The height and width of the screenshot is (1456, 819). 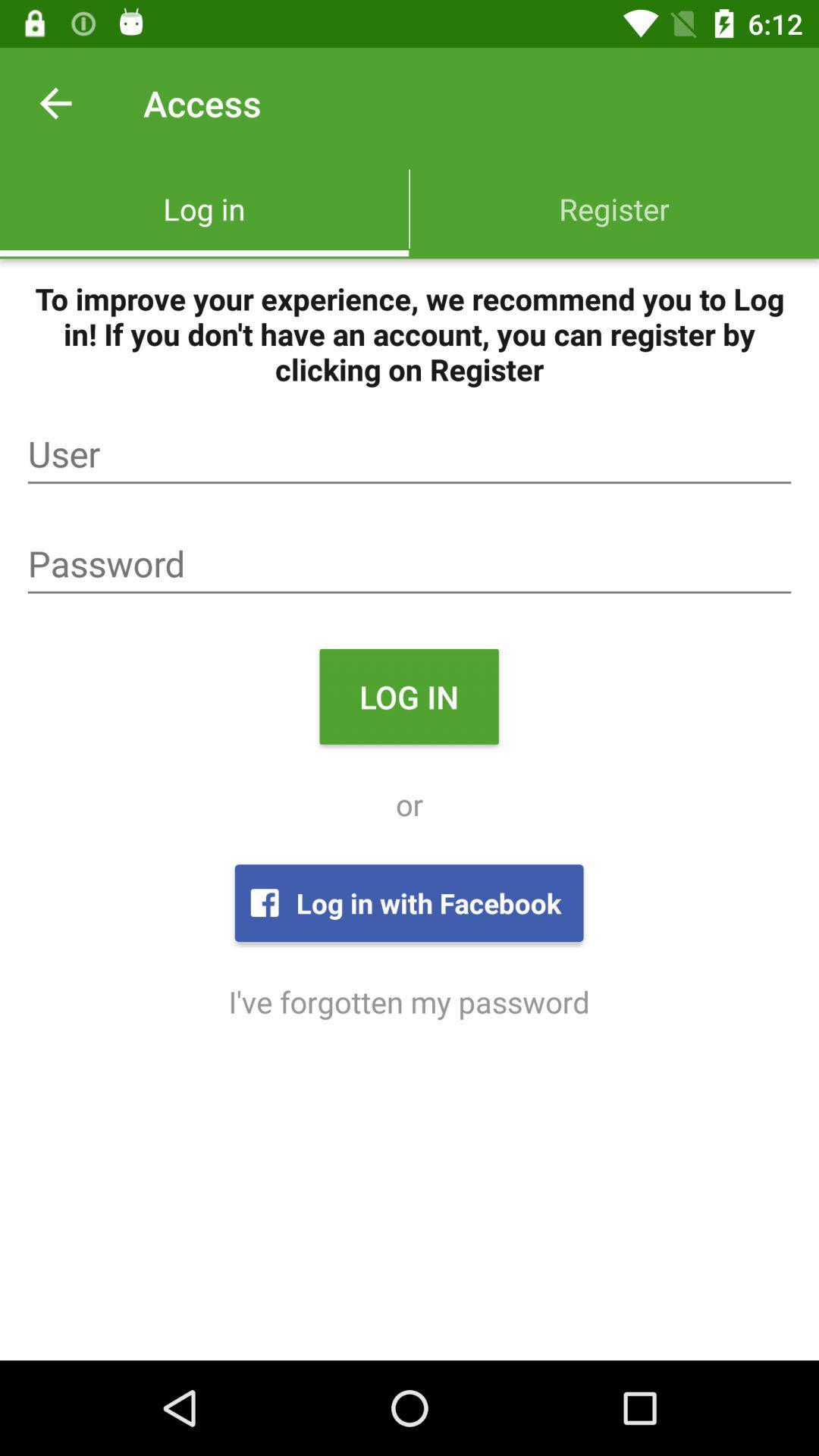 I want to click on icon to the left of access item, so click(x=55, y=102).